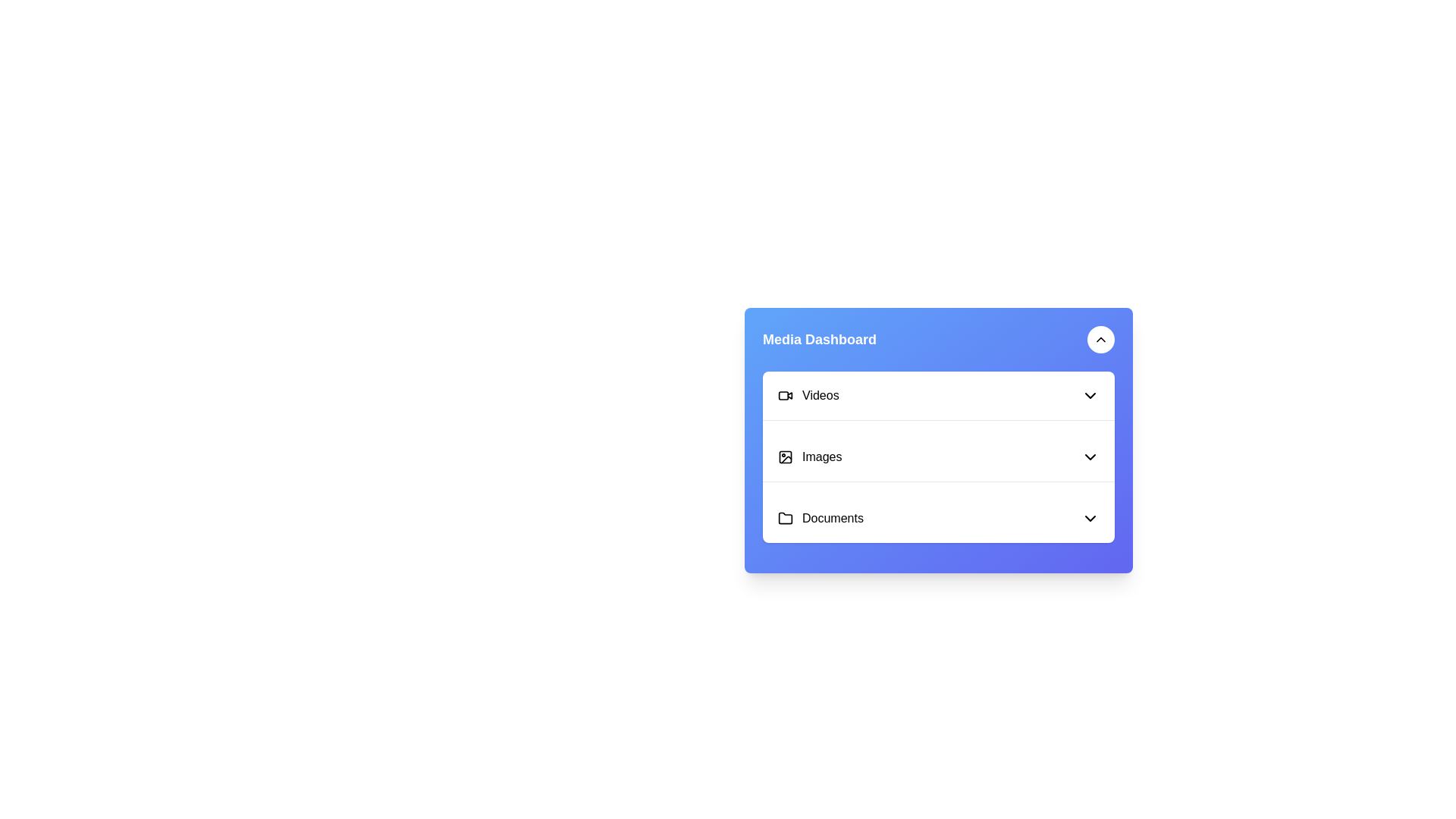 Image resolution: width=1456 pixels, height=819 pixels. What do you see at coordinates (821, 456) in the screenshot?
I see `the text label displaying 'Images' in bold font, located in the second row of the media dashboard panel, rightmost in its horizontal layout group` at bounding box center [821, 456].